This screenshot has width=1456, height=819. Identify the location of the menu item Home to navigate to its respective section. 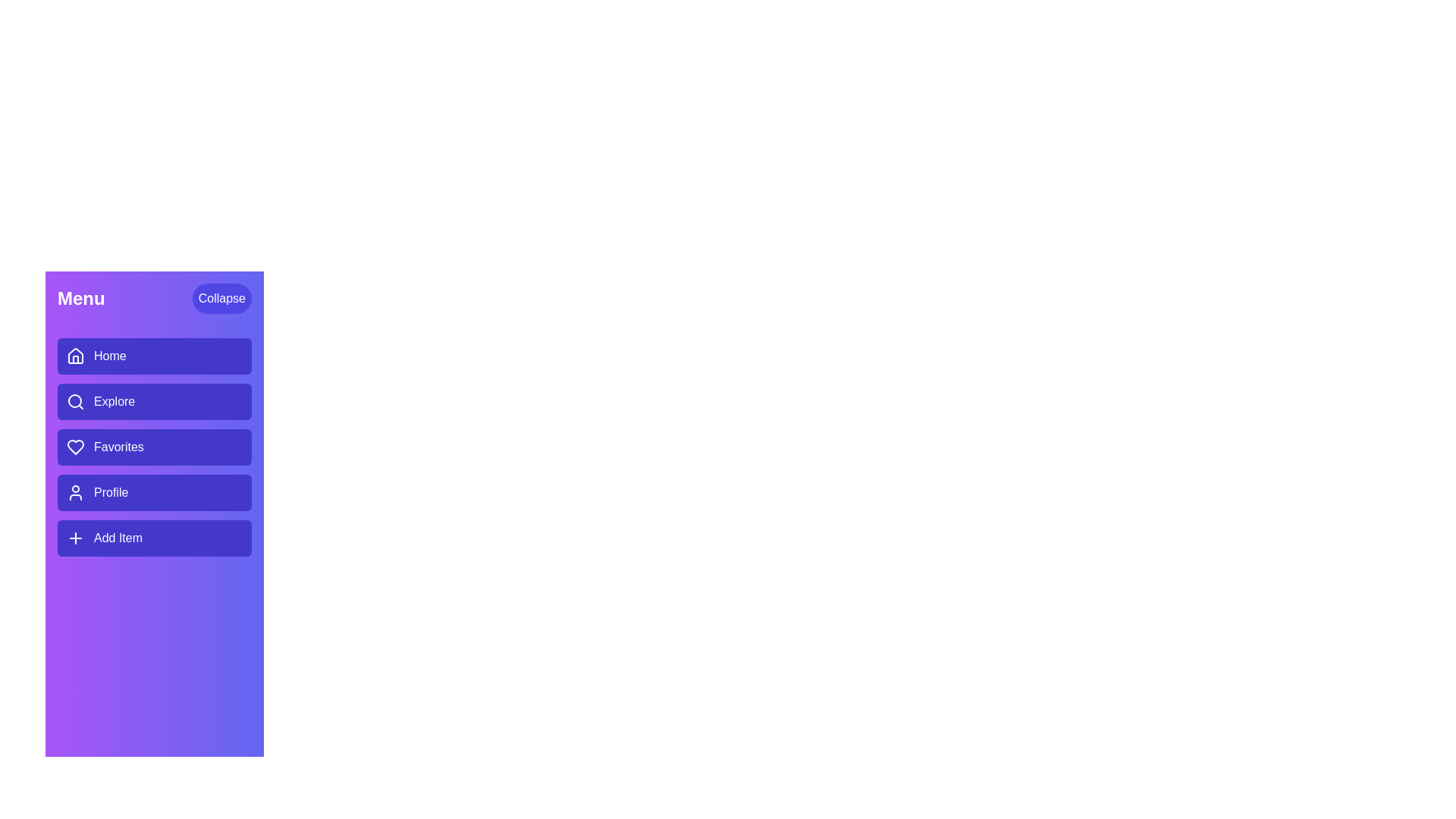
(154, 356).